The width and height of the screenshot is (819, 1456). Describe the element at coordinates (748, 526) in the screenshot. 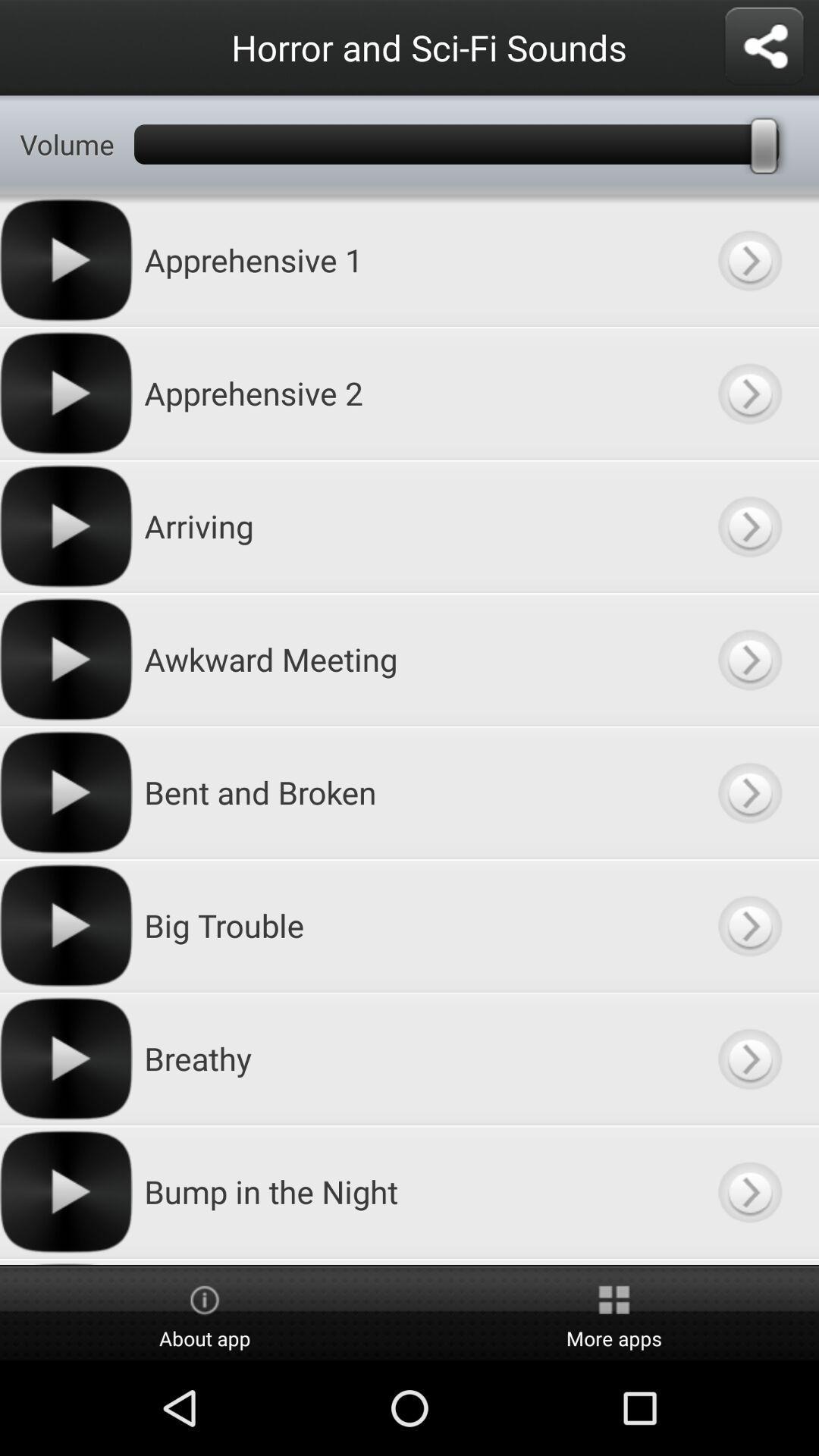

I see `chapter` at that location.